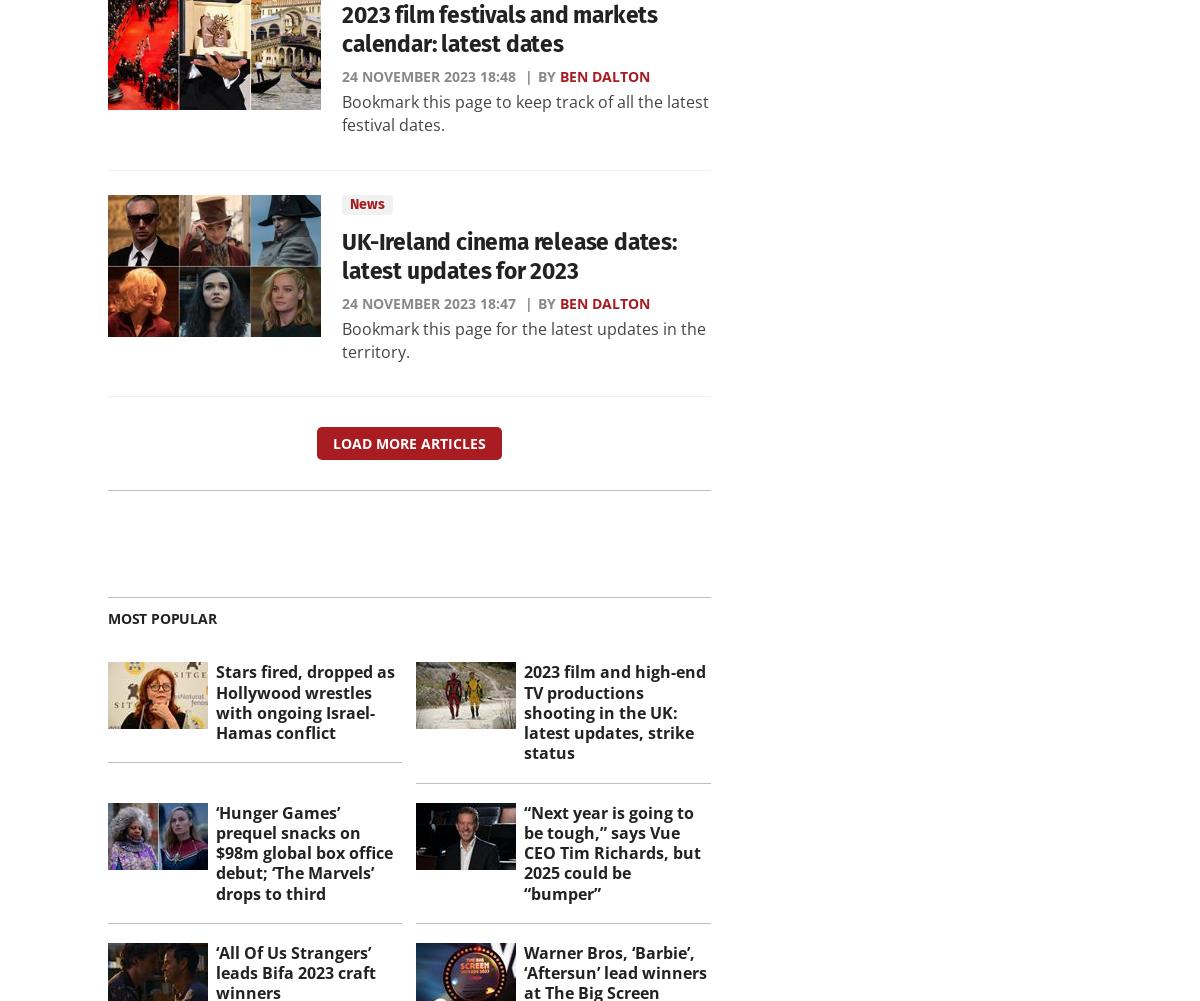 The height and width of the screenshot is (1001, 1200). I want to click on '24 November 2023 18:48', so click(429, 74).